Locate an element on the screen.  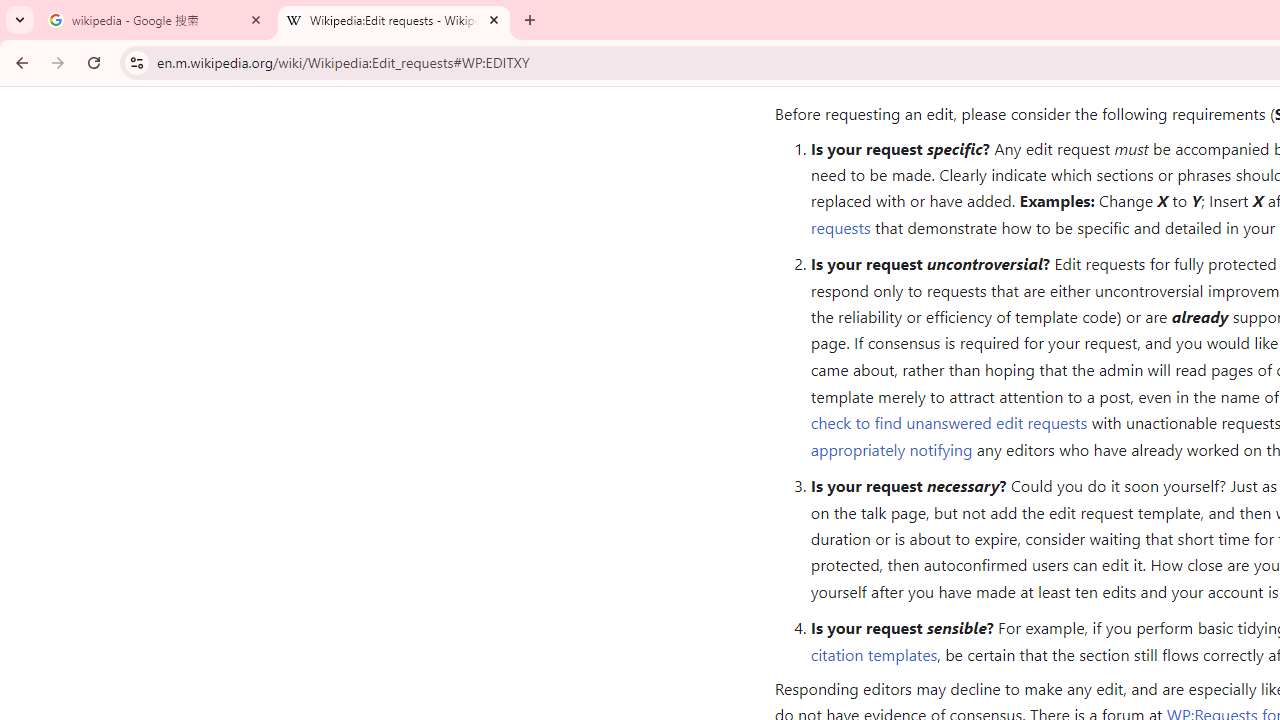
'Back' is located at coordinates (19, 61).